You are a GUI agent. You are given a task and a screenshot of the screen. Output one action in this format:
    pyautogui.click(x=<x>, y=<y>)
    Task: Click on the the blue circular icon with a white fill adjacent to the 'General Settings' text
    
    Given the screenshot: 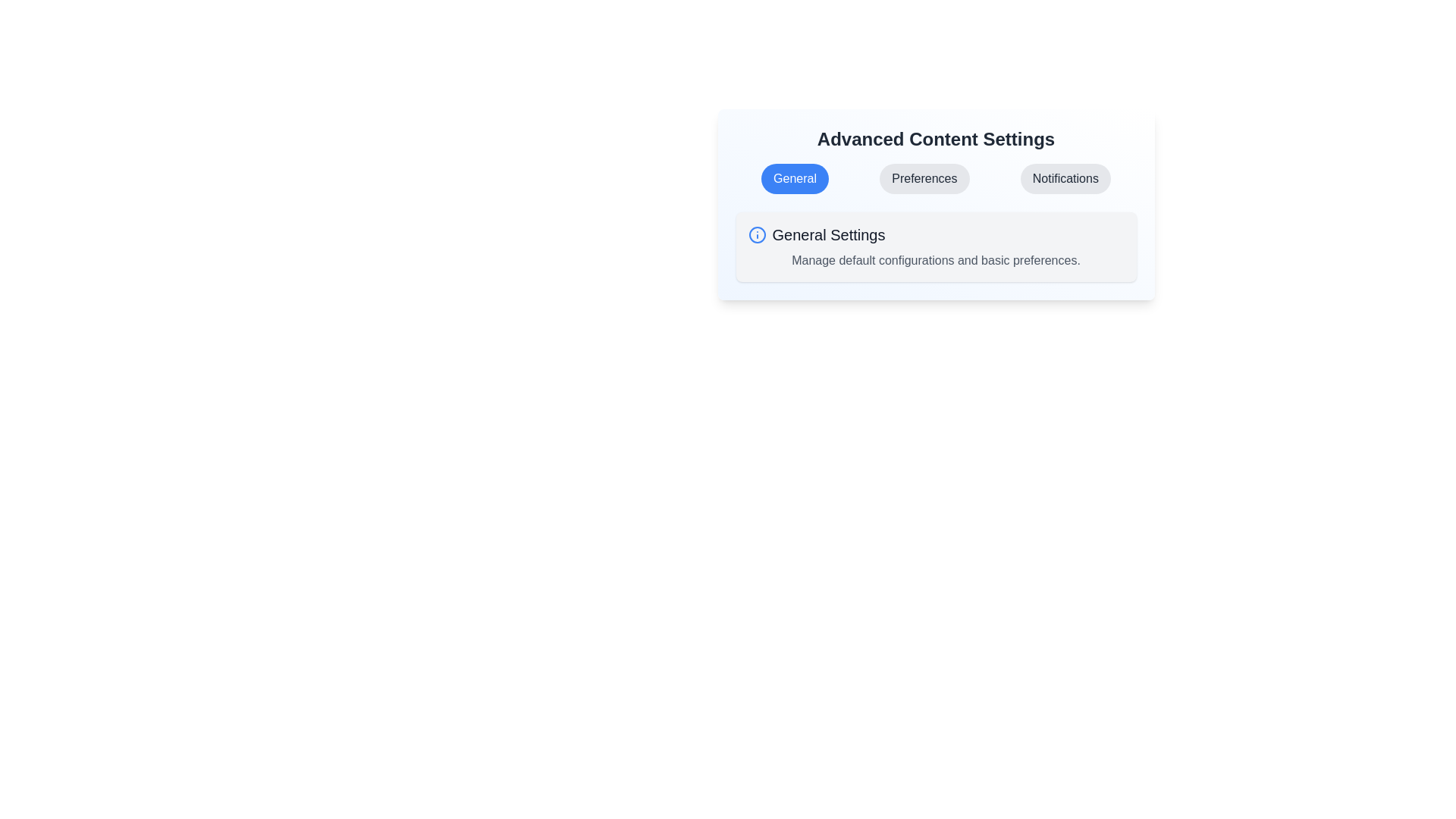 What is the action you would take?
    pyautogui.click(x=757, y=234)
    